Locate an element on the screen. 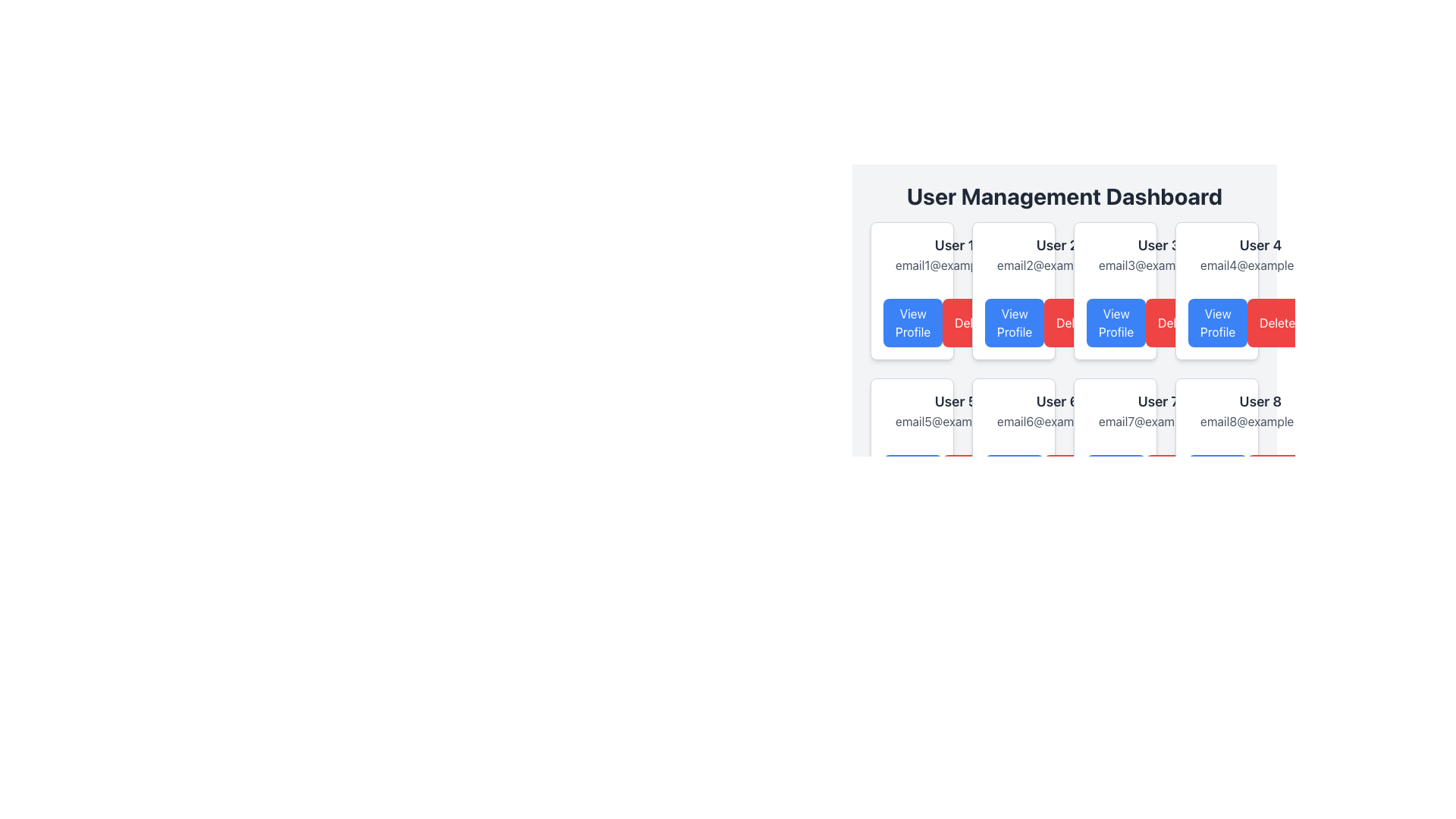 This screenshot has height=819, width=1456. the text label identifying 'User 4' located in the upper-right corner of the user card is located at coordinates (1260, 245).